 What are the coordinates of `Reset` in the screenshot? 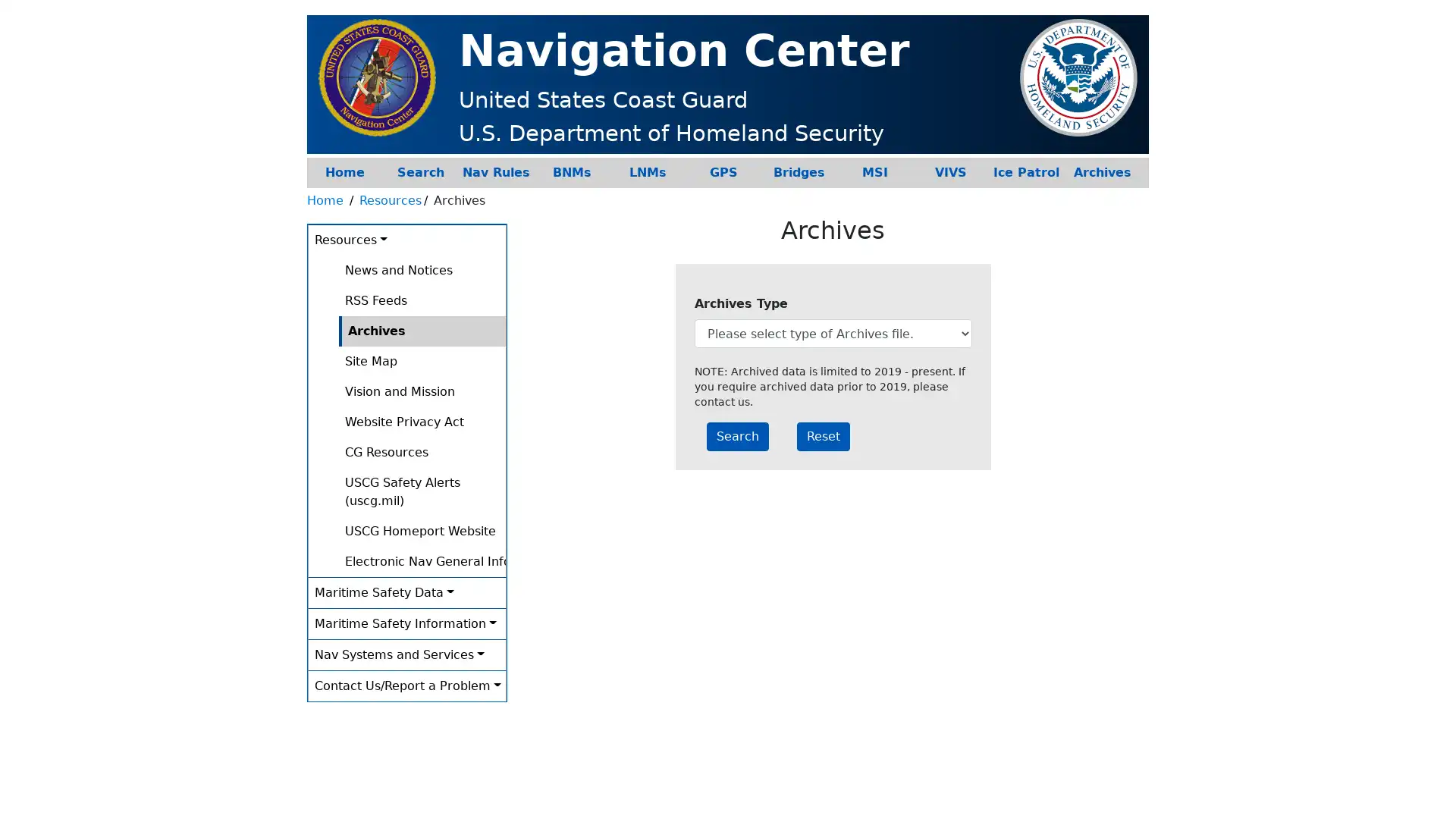 It's located at (821, 435).